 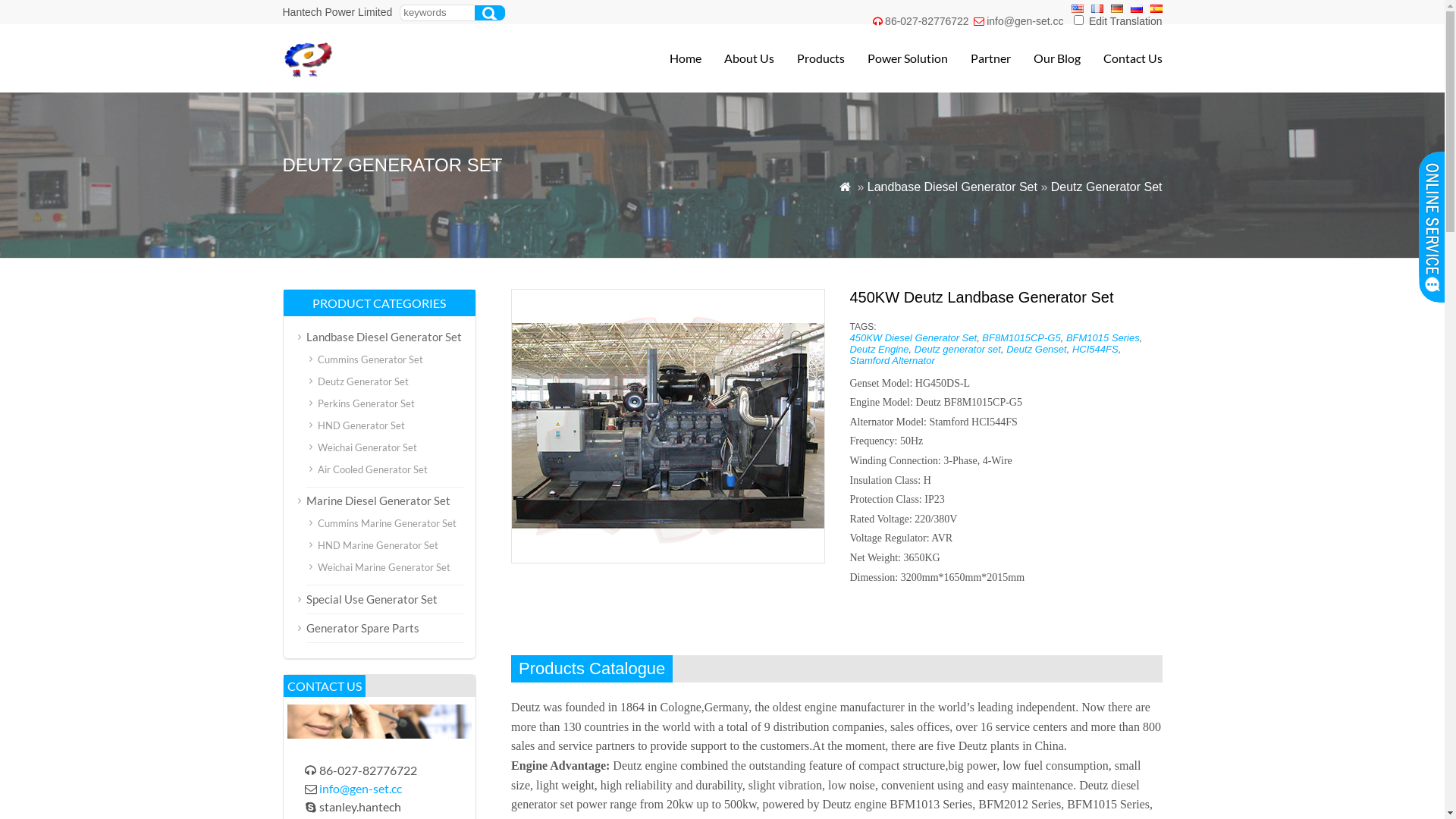 What do you see at coordinates (926, 20) in the screenshot?
I see `'86-027-82776722'` at bounding box center [926, 20].